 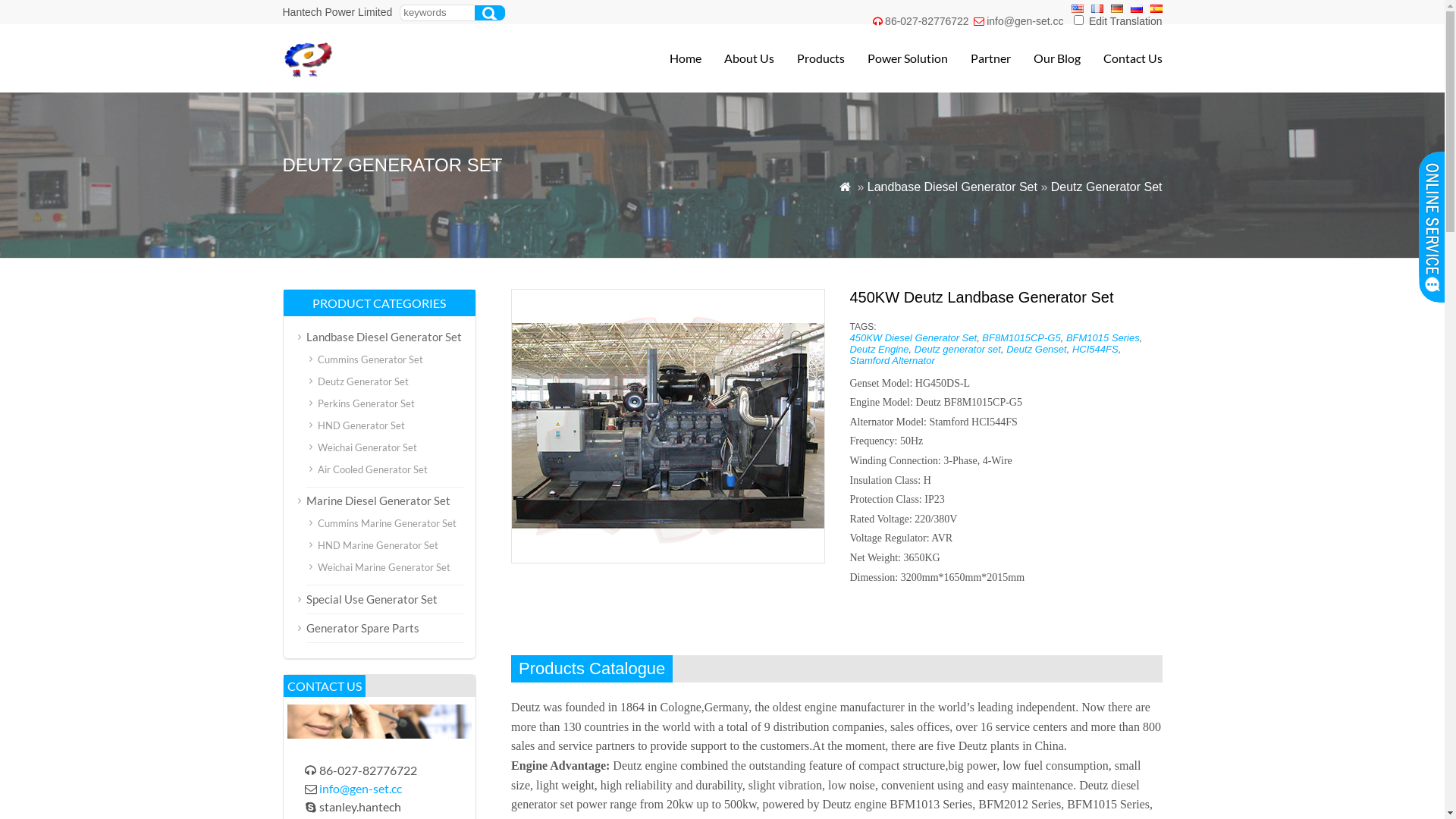 What do you see at coordinates (926, 20) in the screenshot?
I see `'86-027-82776722'` at bounding box center [926, 20].